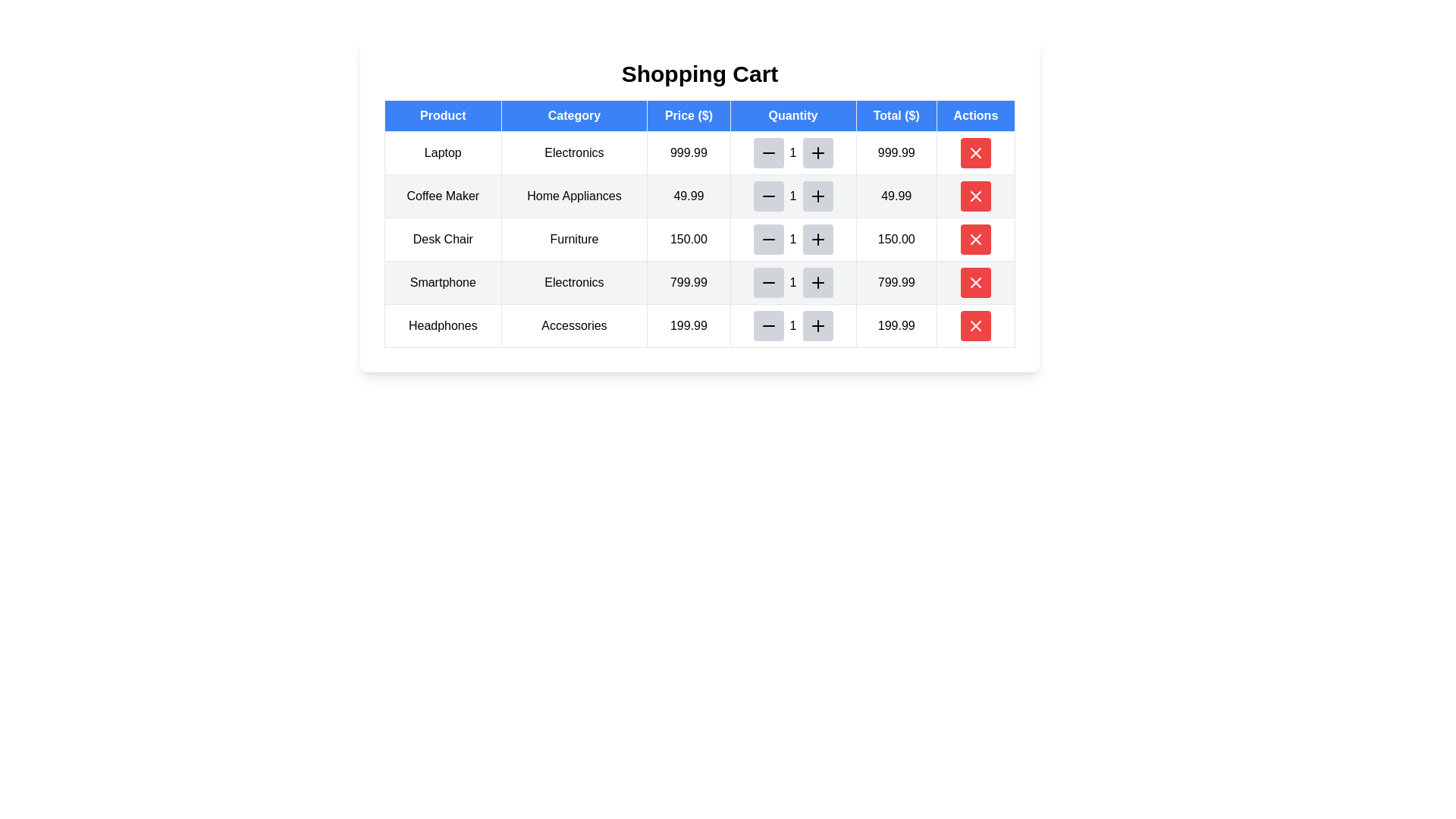 The image size is (1456, 819). I want to click on the gray rectangular button with rounded corners containing a black horizontal minus icon, located in the 'Quantity' column for the 'Headphones' product, to decrease the quantity, so click(768, 325).